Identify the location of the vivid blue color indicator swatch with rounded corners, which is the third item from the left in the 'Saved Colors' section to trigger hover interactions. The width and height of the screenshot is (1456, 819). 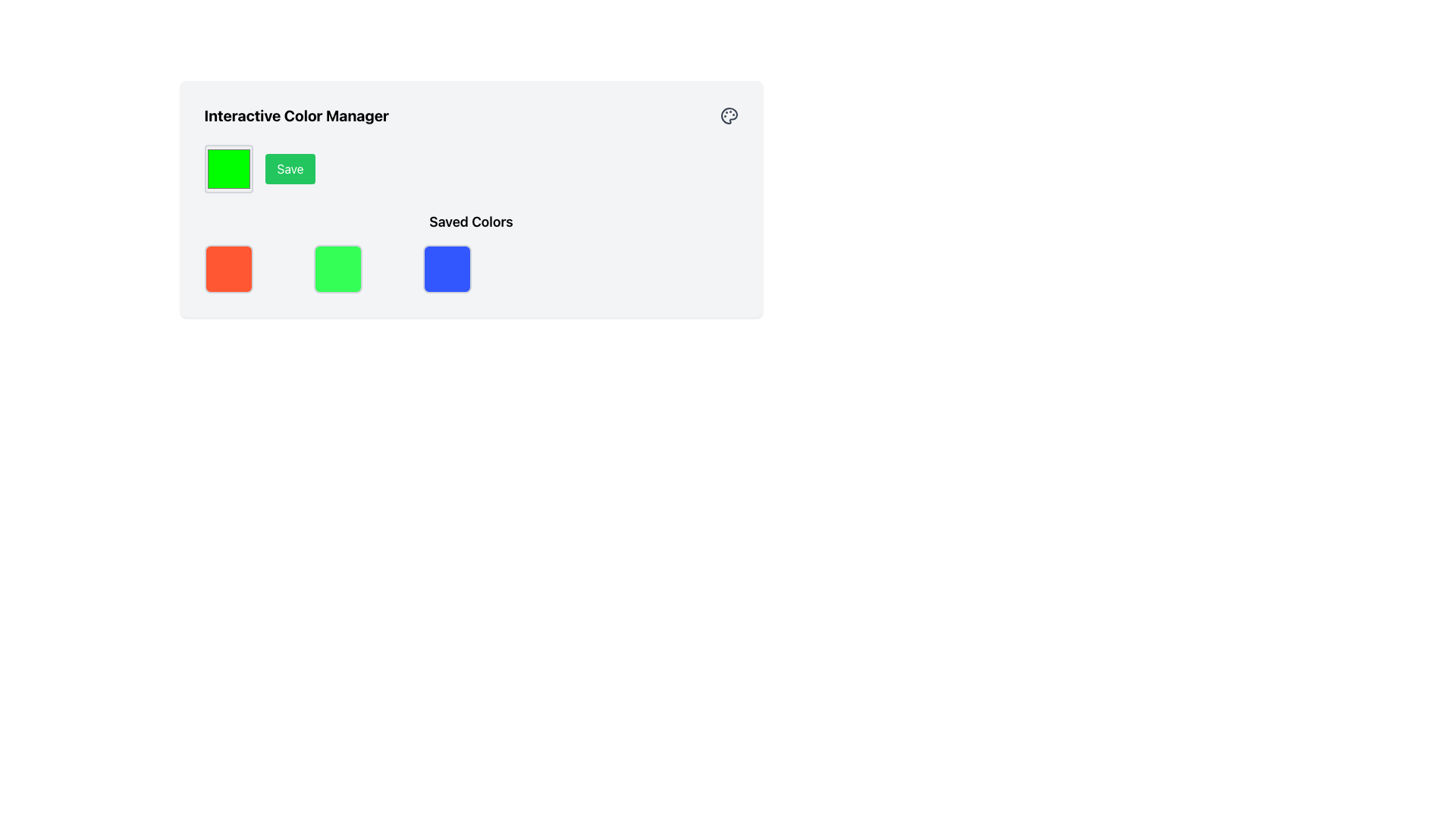
(470, 268).